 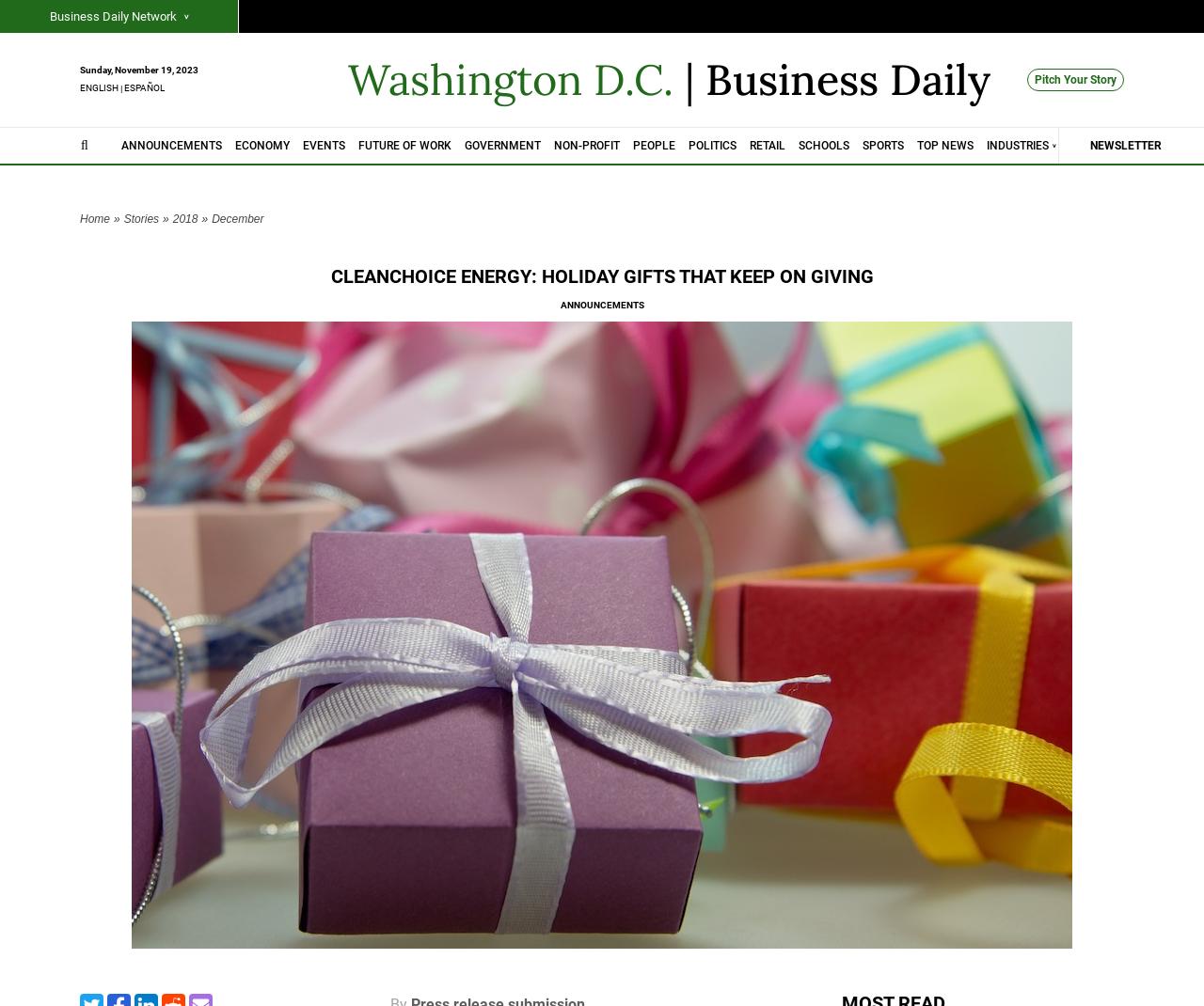 I want to click on 'CLEANCHOICE ENERGY: Holiday Gifts That Keep On Giving', so click(x=600, y=276).